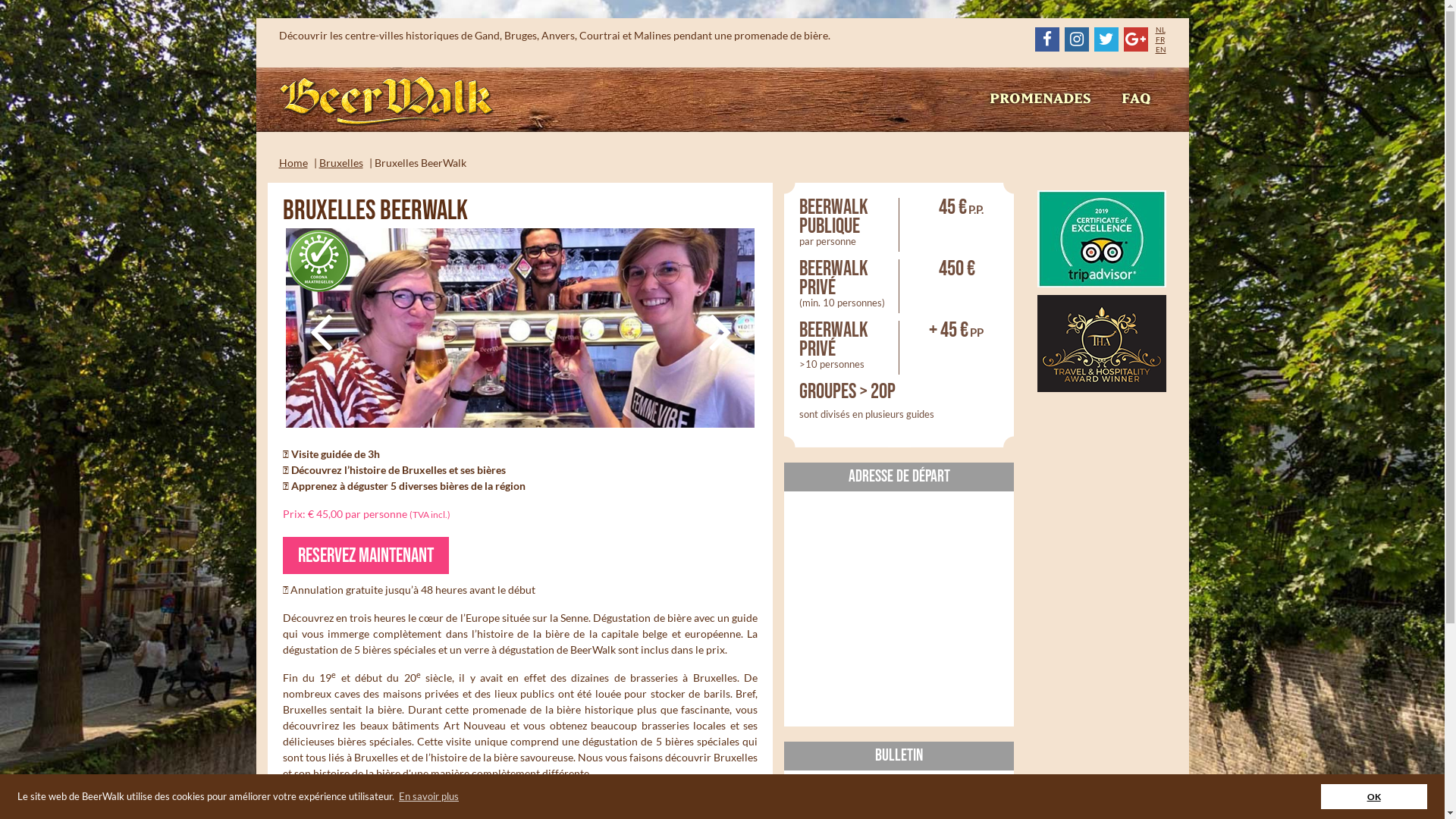 The image size is (1456, 819). Describe the element at coordinates (340, 162) in the screenshot. I see `'Bruxelles'` at that location.